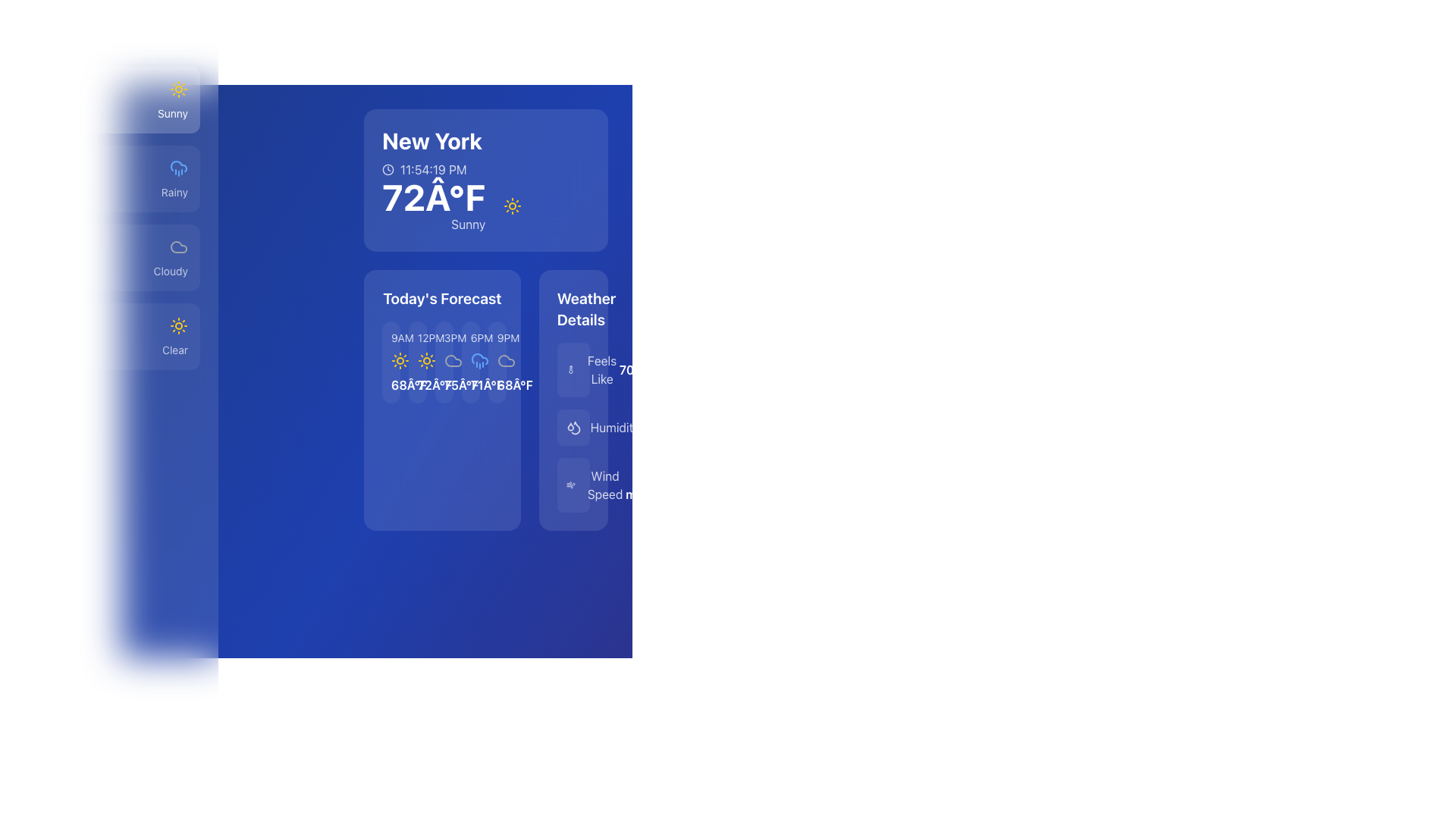  I want to click on the wind motion icon located to the left of the 'Wind Speed' label in the 'Weather Details' section of the interface, so click(570, 485).